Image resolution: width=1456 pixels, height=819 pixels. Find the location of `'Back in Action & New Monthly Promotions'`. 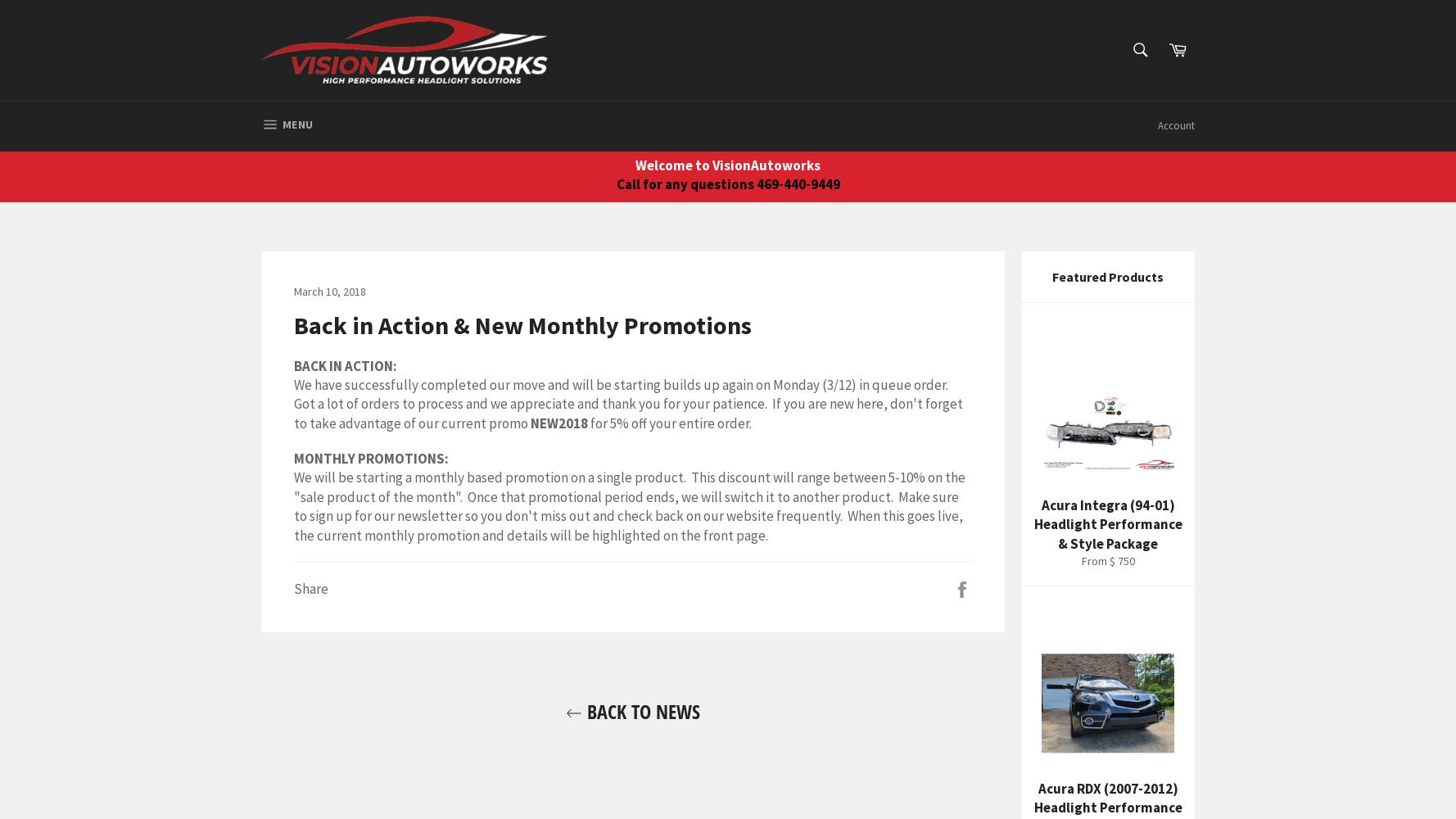

'Back in Action & New Monthly Promotions' is located at coordinates (522, 324).